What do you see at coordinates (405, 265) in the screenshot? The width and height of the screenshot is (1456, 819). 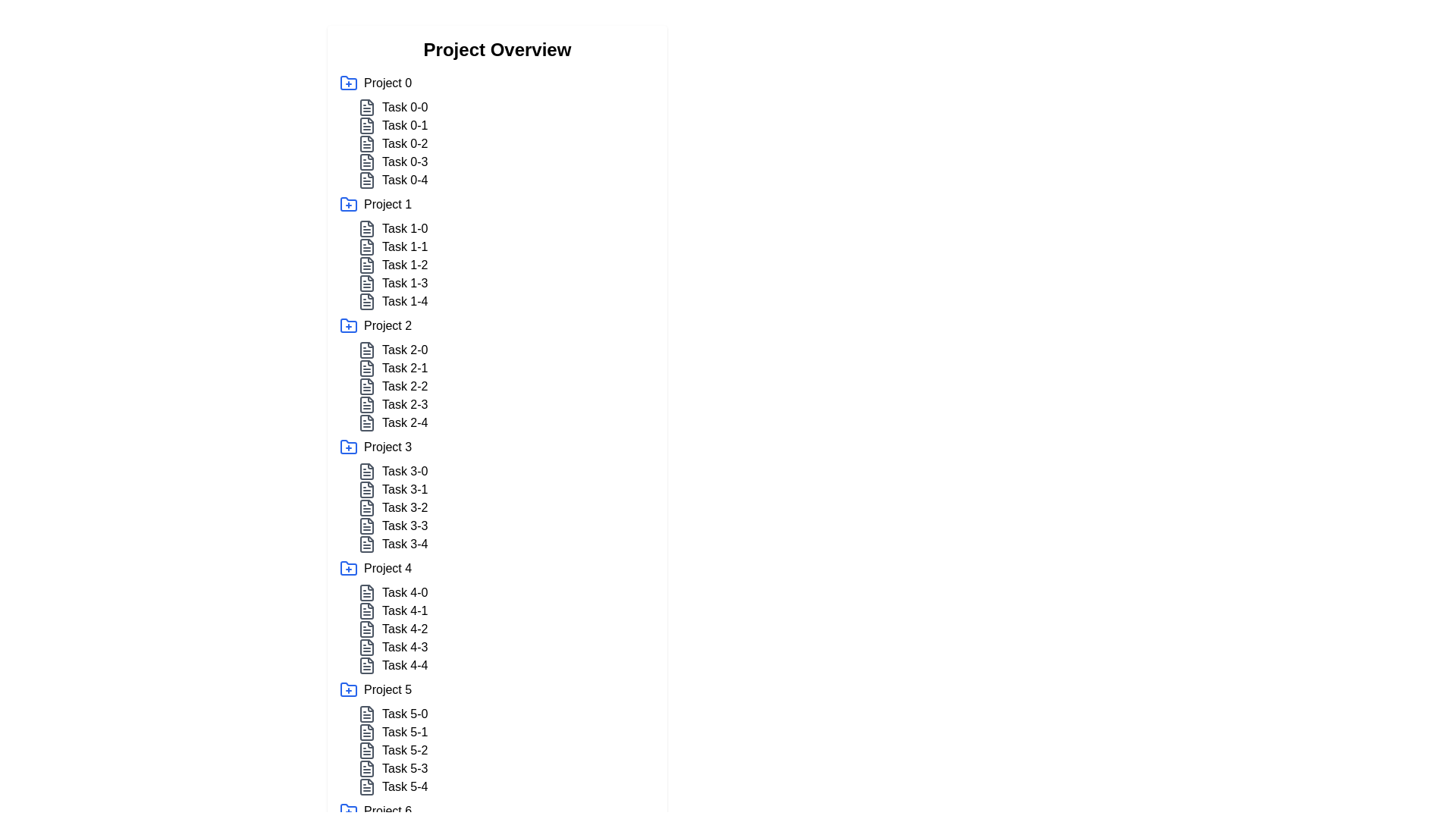 I see `the text label 'Task 1-2' which is the third task in the 'Project 1' section of the hierarchical list` at bounding box center [405, 265].